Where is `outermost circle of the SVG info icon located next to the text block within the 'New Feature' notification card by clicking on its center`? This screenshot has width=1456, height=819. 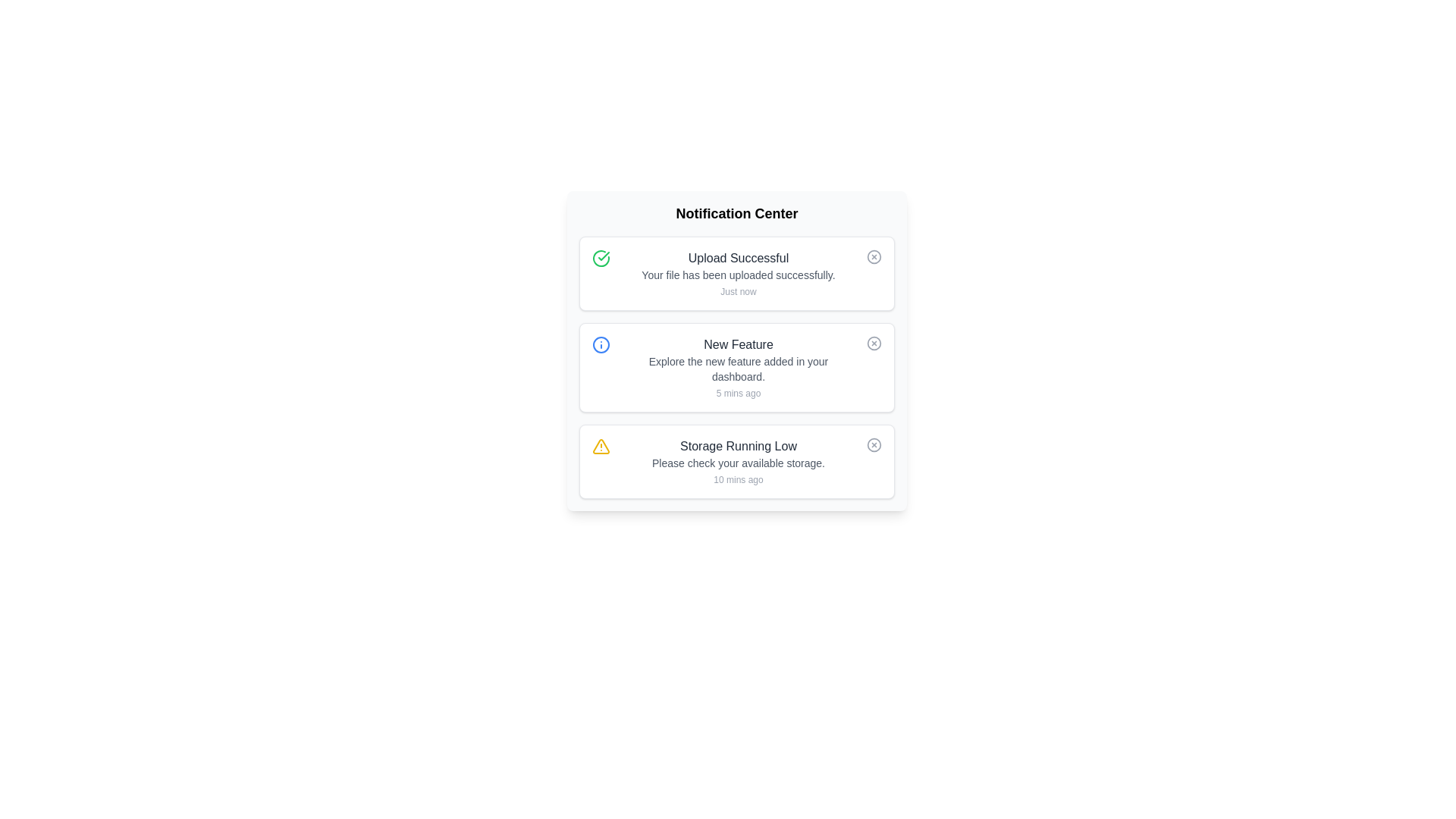 outermost circle of the SVG info icon located next to the text block within the 'New Feature' notification card by clicking on its center is located at coordinates (600, 345).